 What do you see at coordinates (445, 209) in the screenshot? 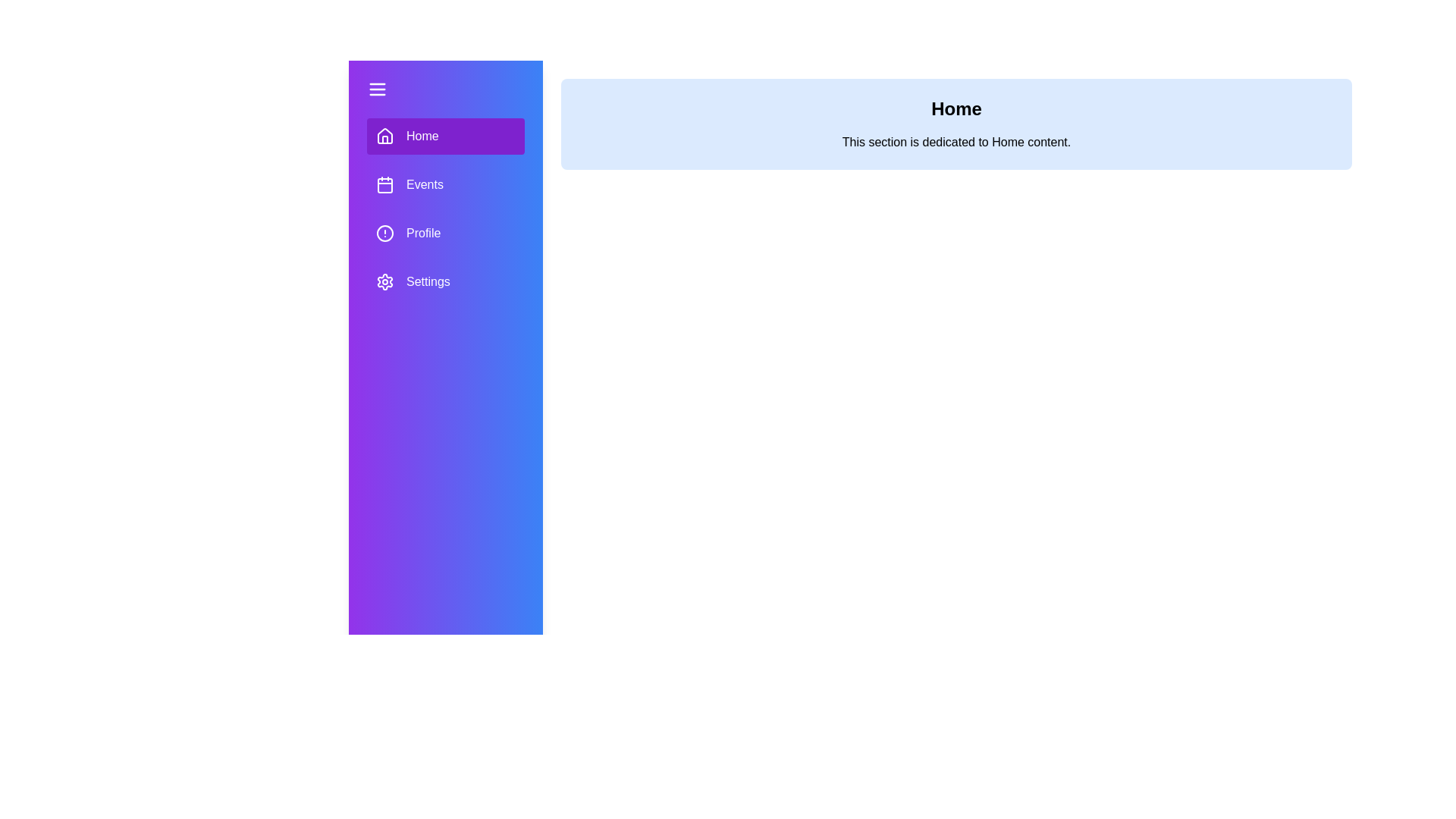
I see `the 'Events' navigation link located in the sidebar menu, positioned below 'Home' and above 'Profile'` at bounding box center [445, 209].